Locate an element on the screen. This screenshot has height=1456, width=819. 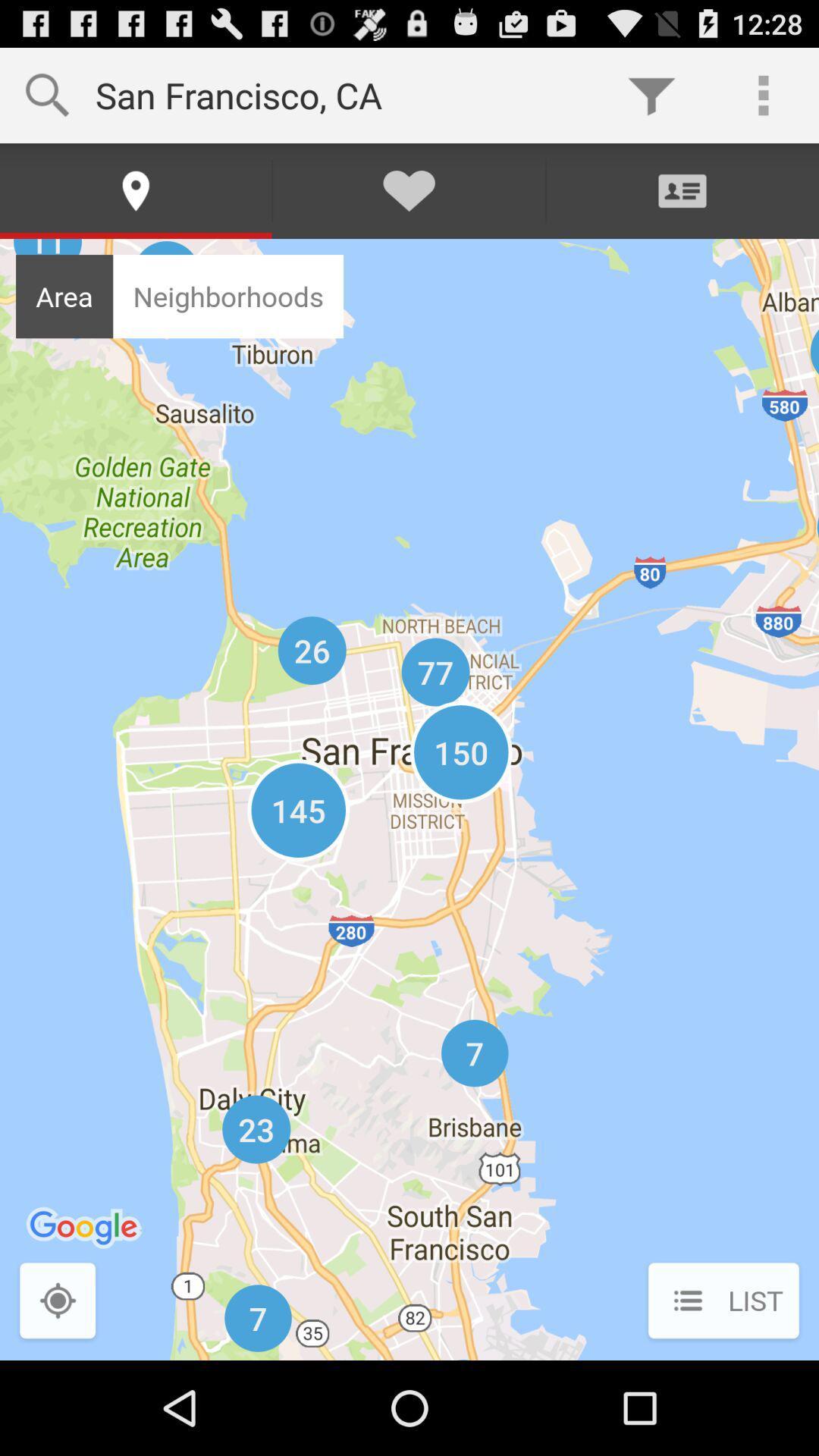
icon to the left of list is located at coordinates (57, 1301).